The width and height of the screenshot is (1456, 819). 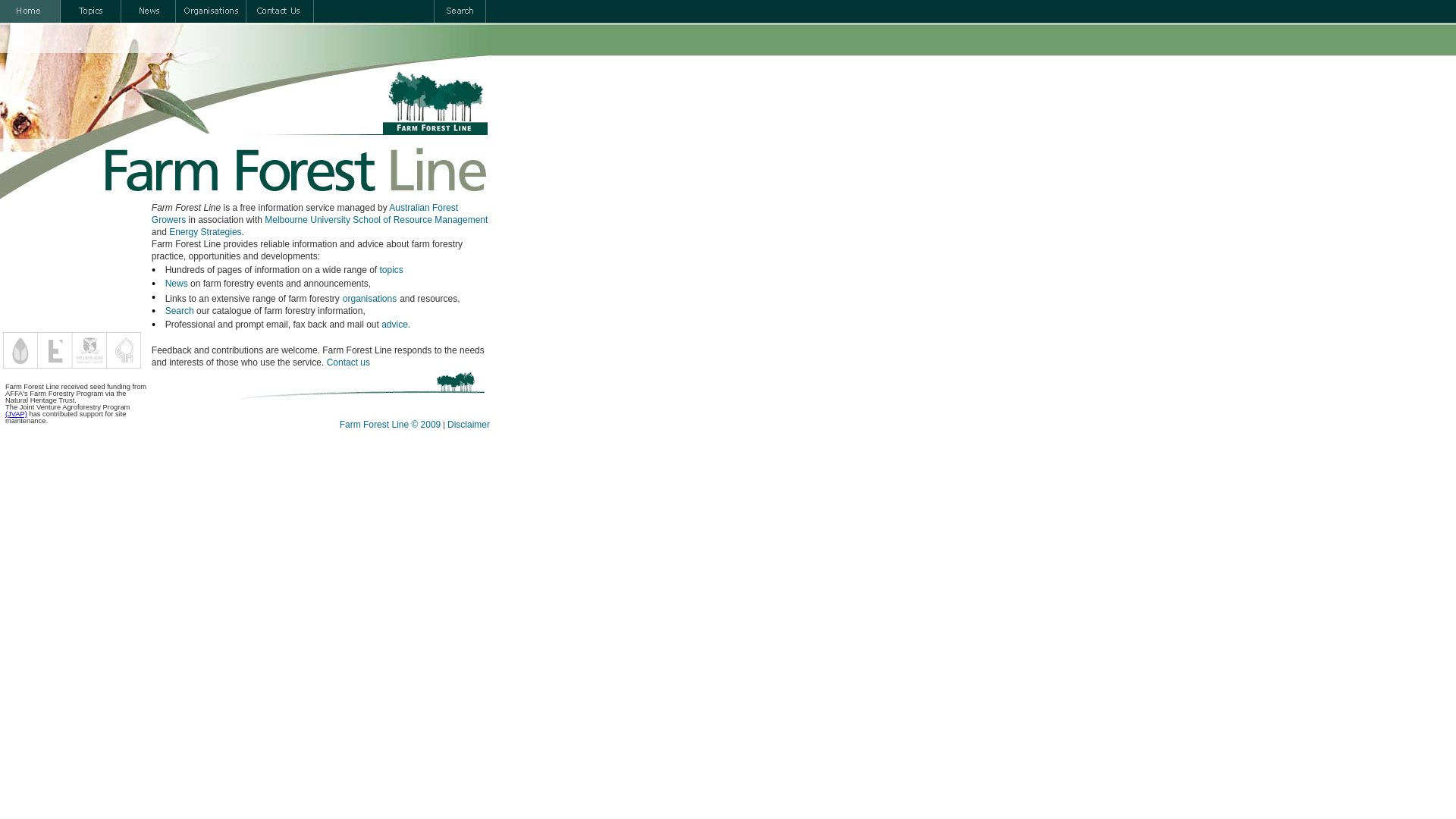 What do you see at coordinates (468, 424) in the screenshot?
I see `'Disclaimer'` at bounding box center [468, 424].